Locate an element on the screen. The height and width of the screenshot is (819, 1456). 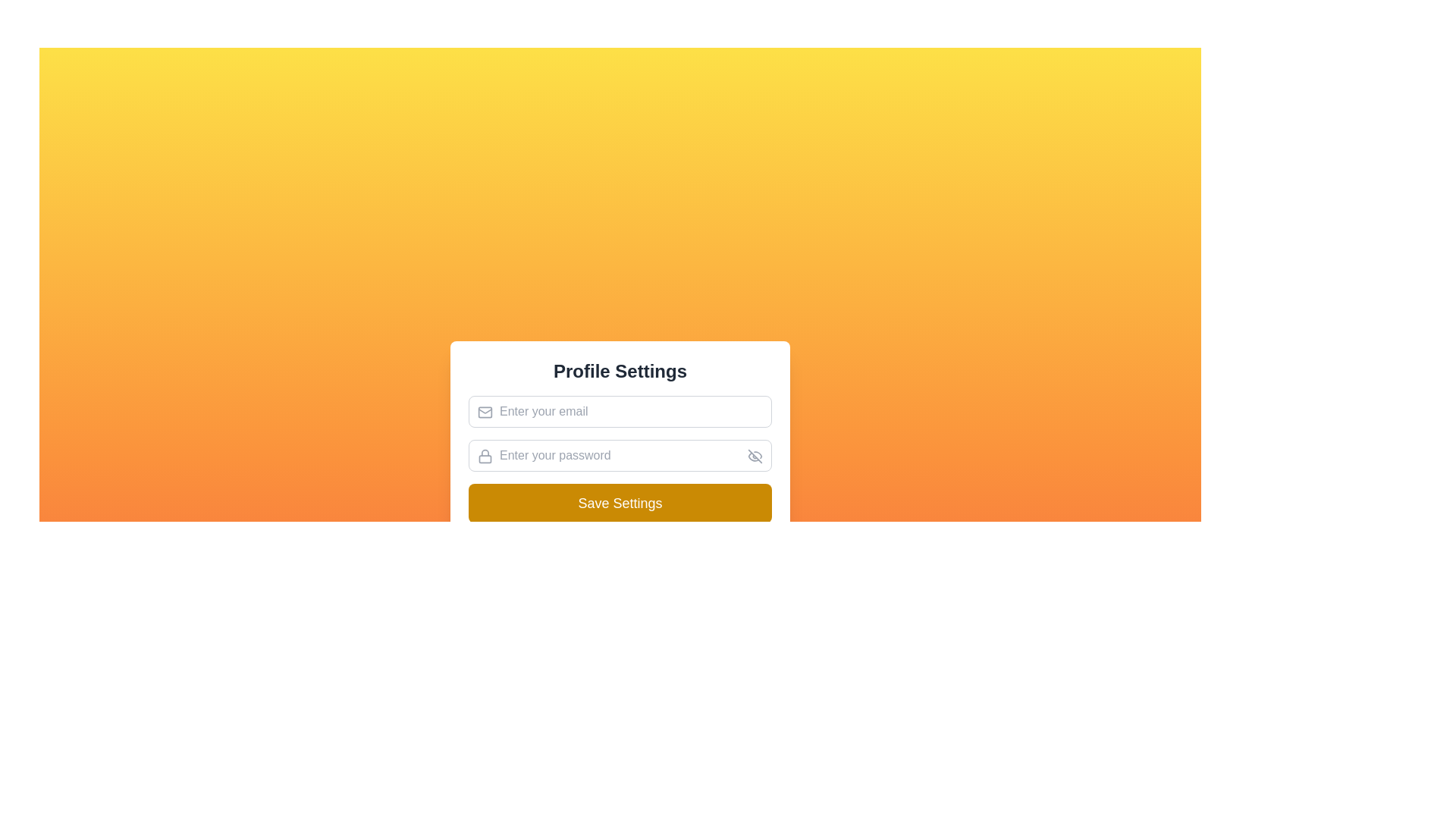
the decorative rectangular part of the email icon, which is located at the far left inside the email input field in the Profile Settings section is located at coordinates (484, 412).